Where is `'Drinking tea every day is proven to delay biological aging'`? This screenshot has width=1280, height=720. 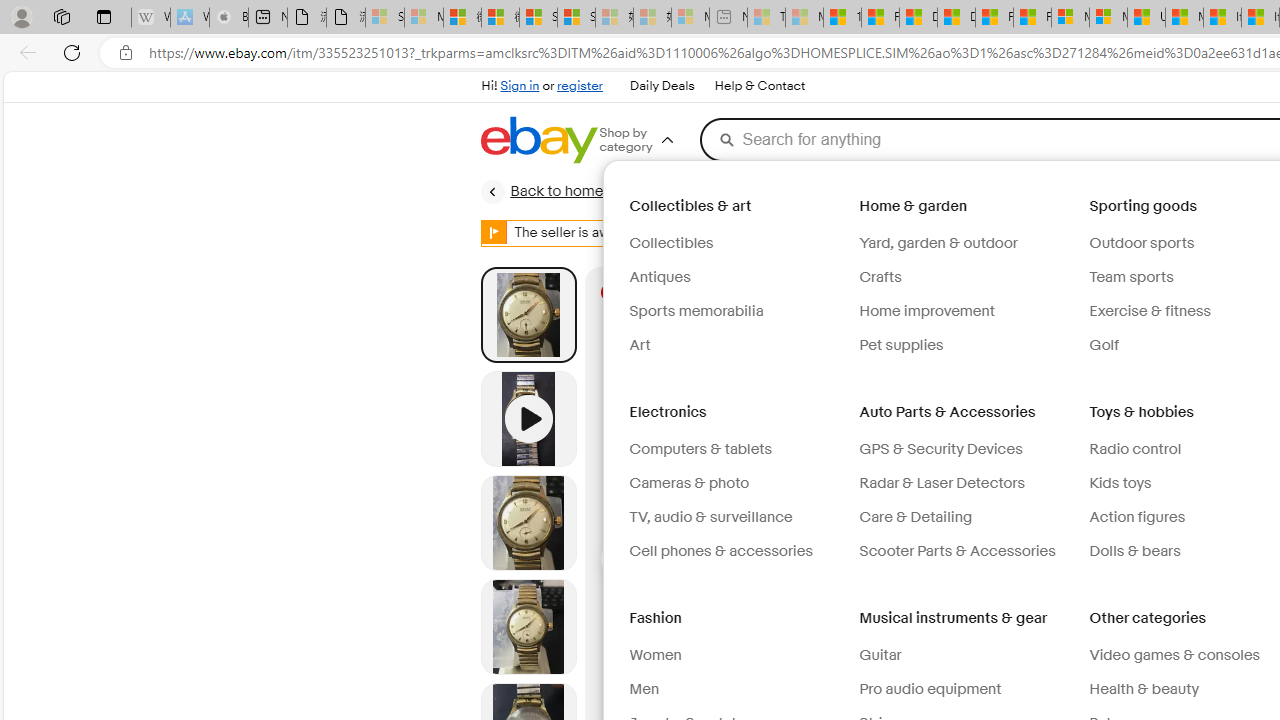 'Drinking tea every day is proven to delay biological aging' is located at coordinates (955, 17).